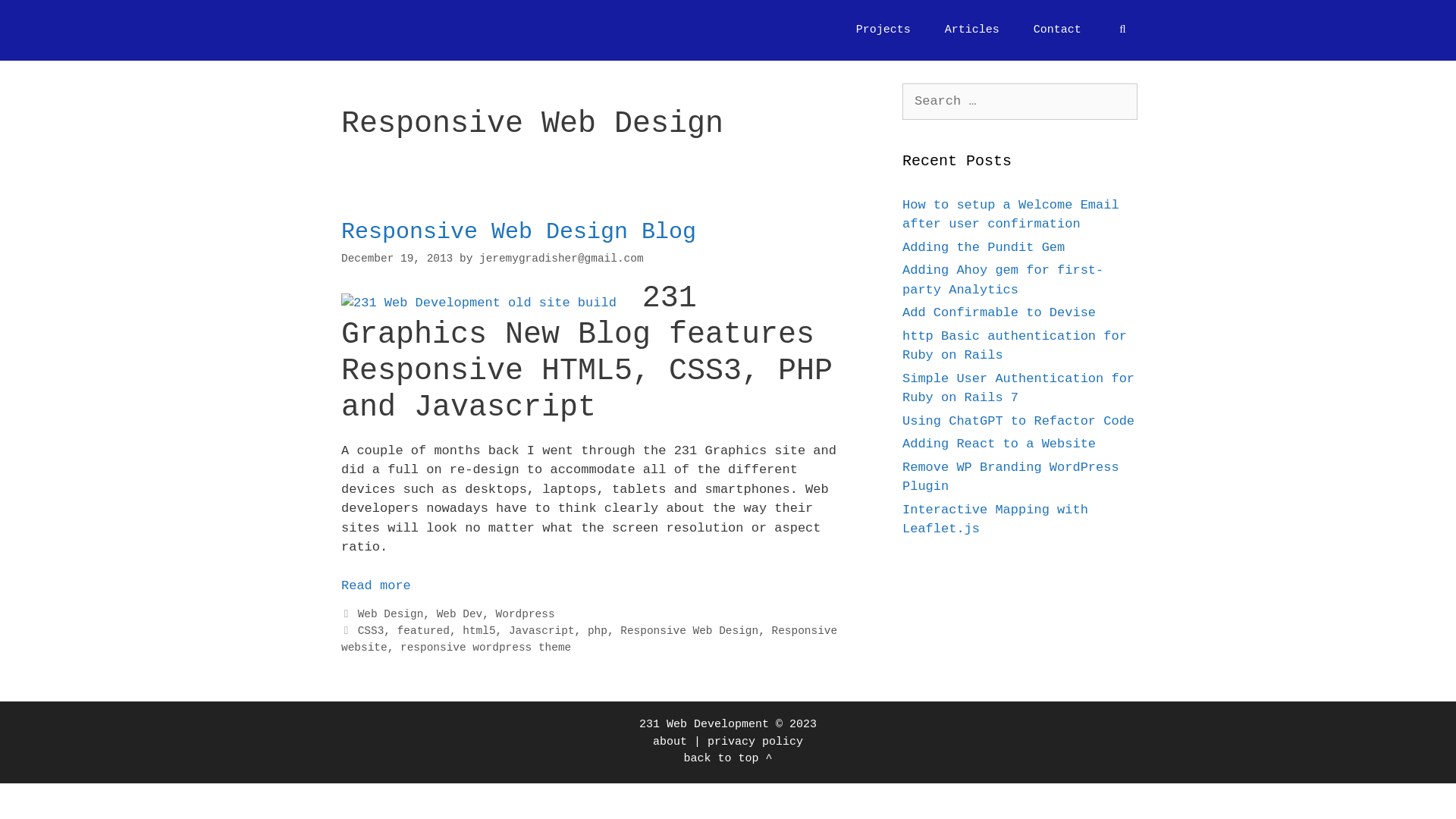  What do you see at coordinates (669, 741) in the screenshot?
I see `'about'` at bounding box center [669, 741].